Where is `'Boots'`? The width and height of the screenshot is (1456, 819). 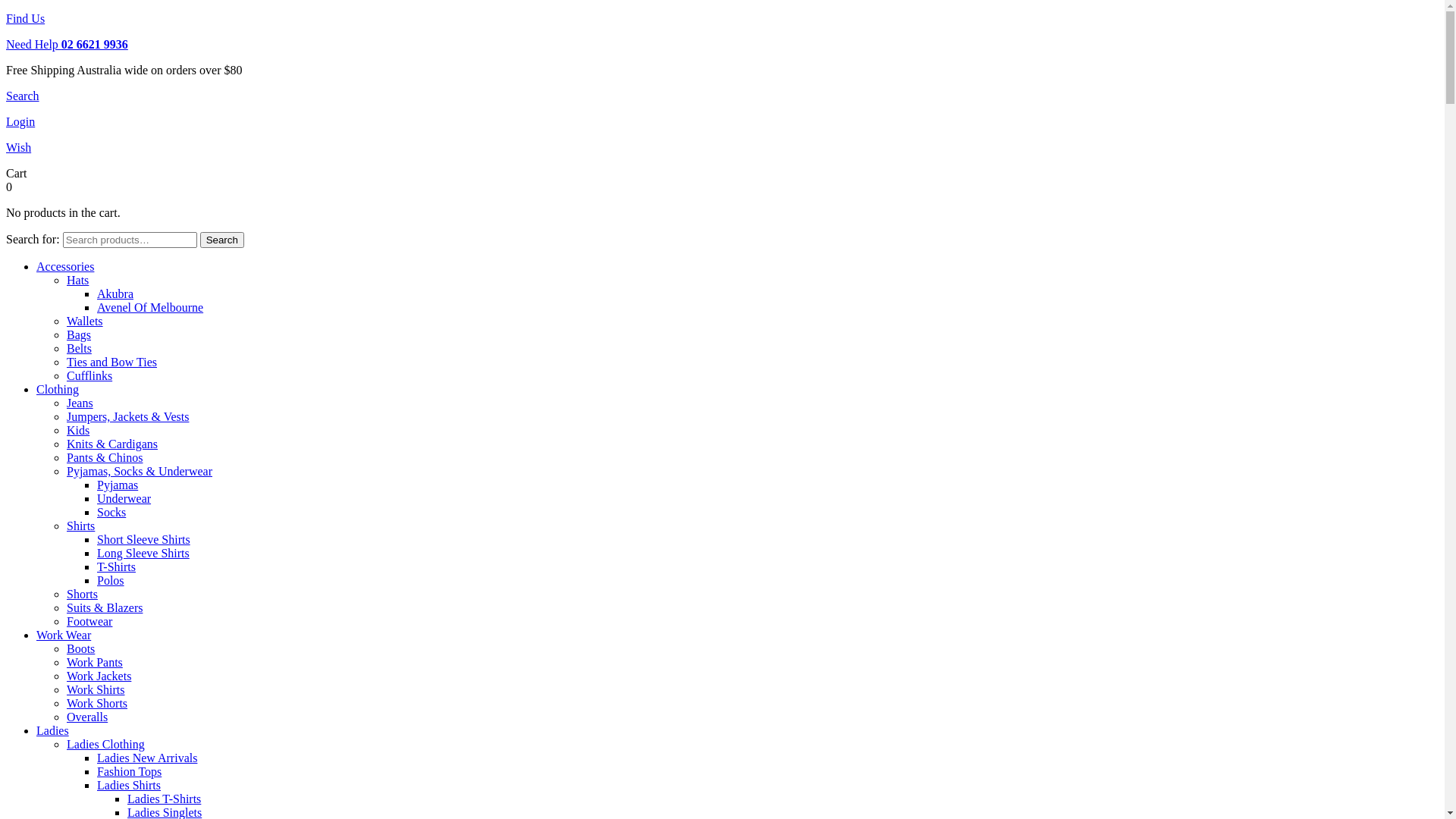 'Boots' is located at coordinates (80, 648).